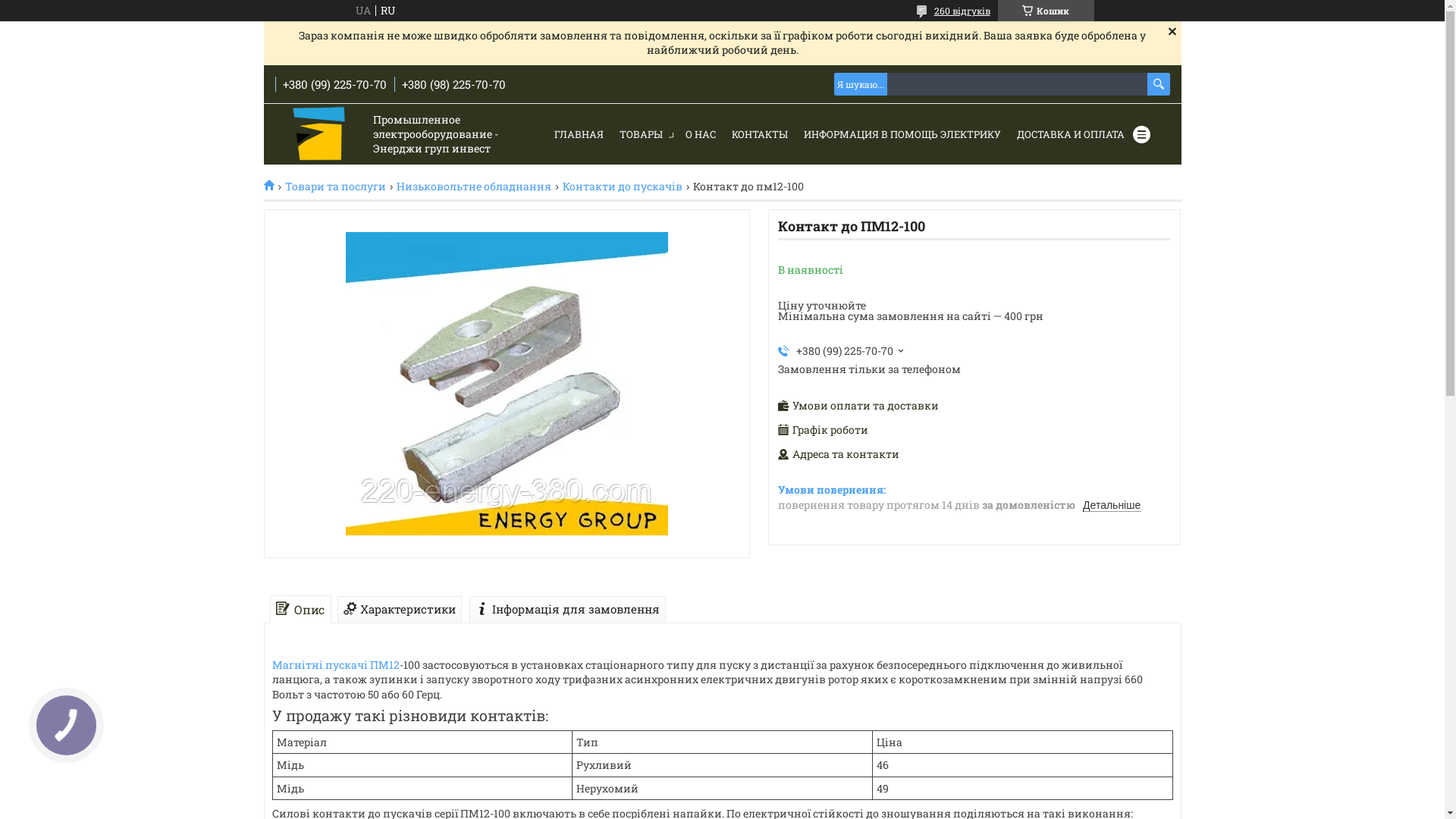 The width and height of the screenshot is (1456, 819). What do you see at coordinates (362, 11) in the screenshot?
I see `'UA'` at bounding box center [362, 11].